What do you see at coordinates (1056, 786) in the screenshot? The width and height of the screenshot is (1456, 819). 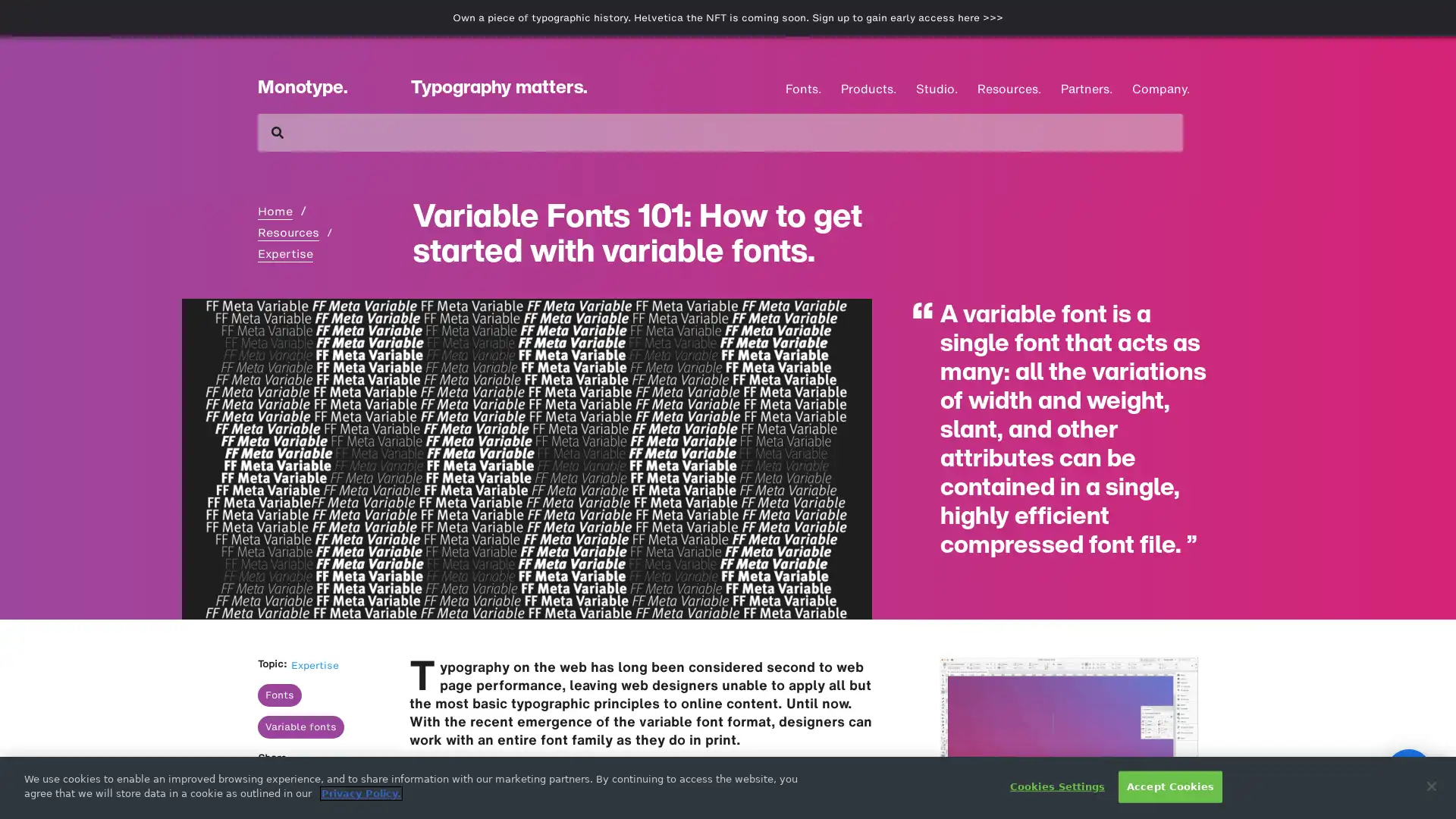 I see `Cookies Settings` at bounding box center [1056, 786].